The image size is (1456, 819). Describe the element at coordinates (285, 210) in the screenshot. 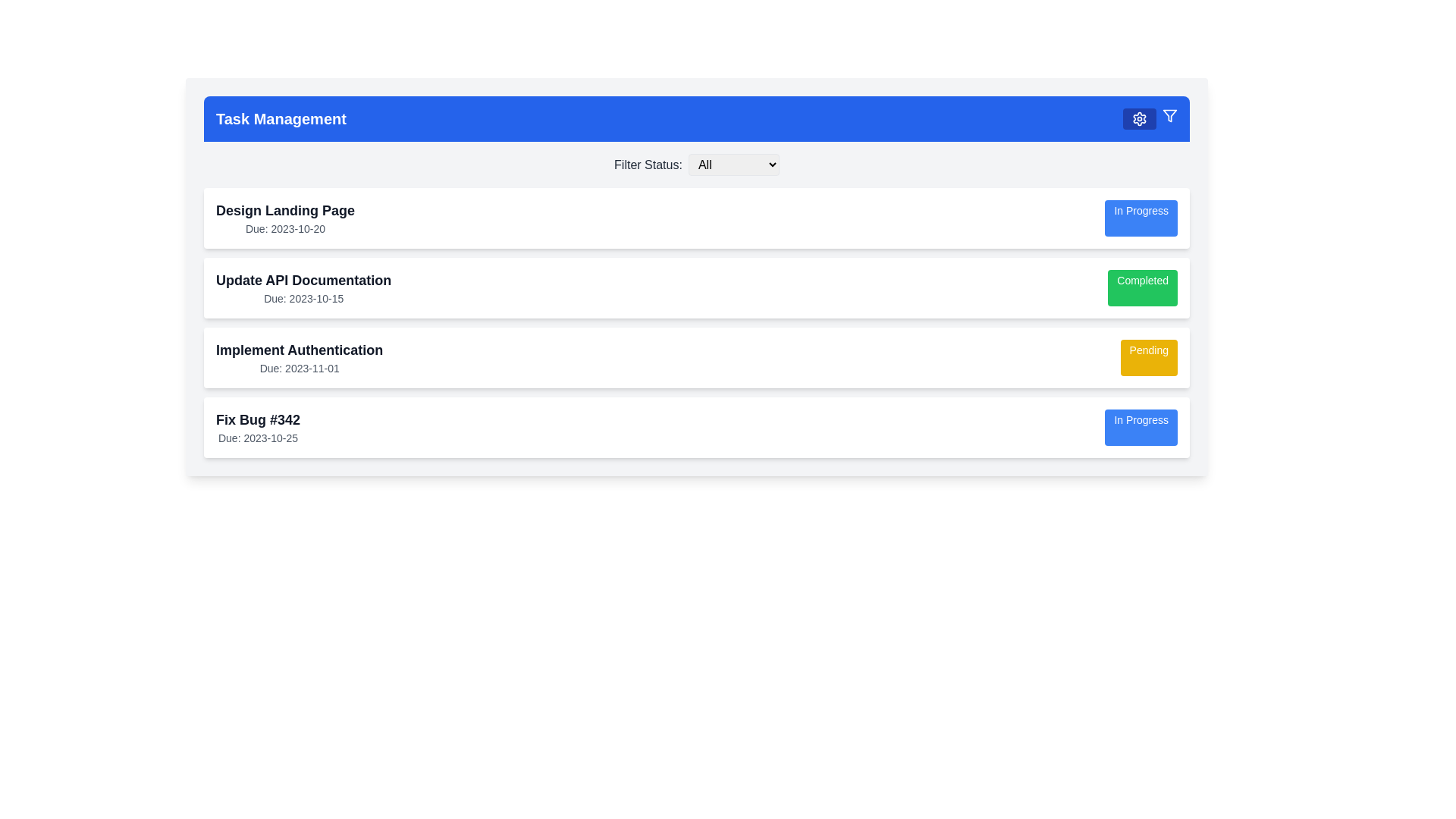

I see `text label displaying 'Design Landing Page' which is located at the top of the first task card in the list, above the due date text` at that location.